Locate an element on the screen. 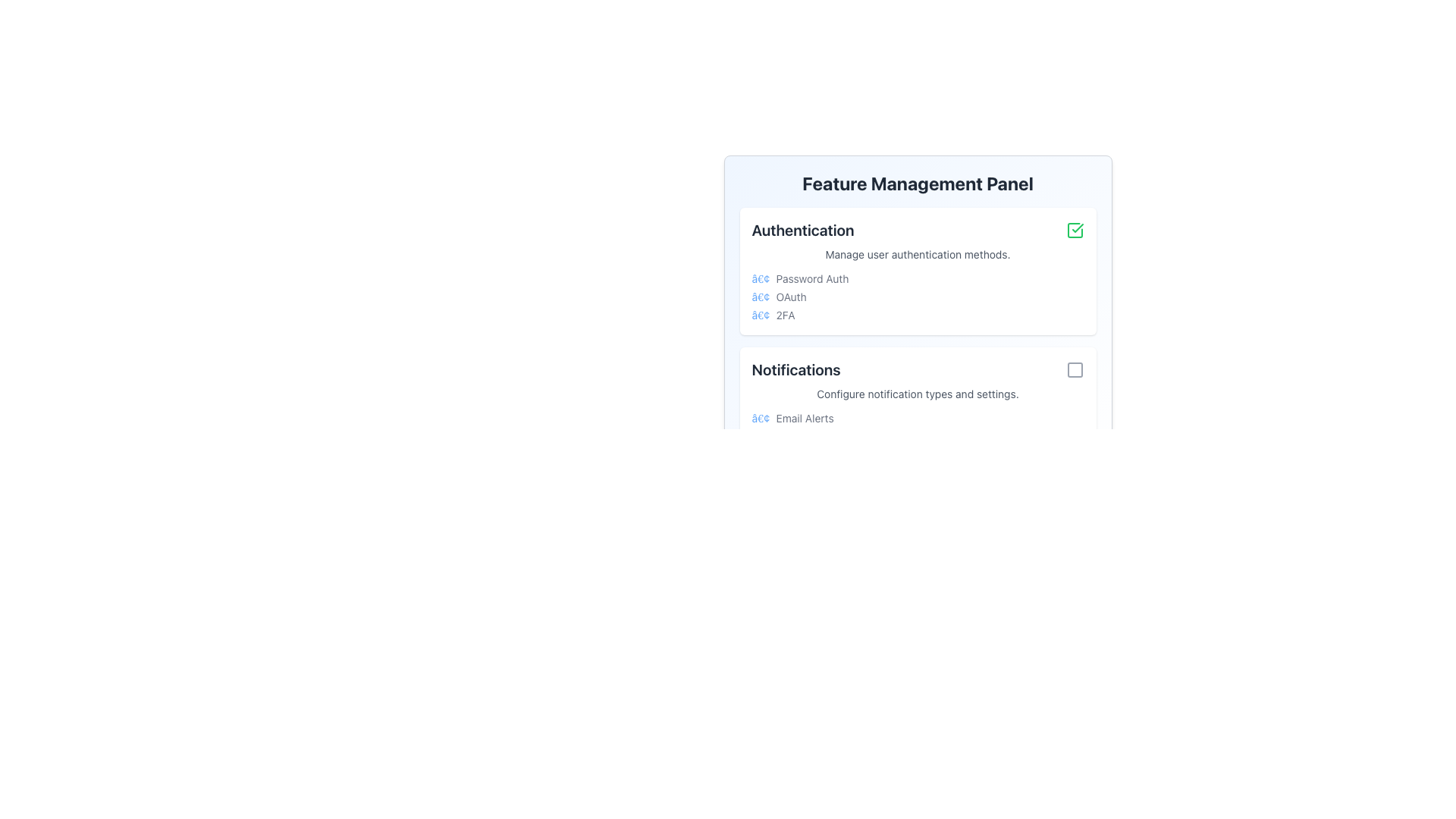 The width and height of the screenshot is (1456, 819). the interactive checkbox that indicates the selection of the 'Authentication' section is located at coordinates (1074, 231).